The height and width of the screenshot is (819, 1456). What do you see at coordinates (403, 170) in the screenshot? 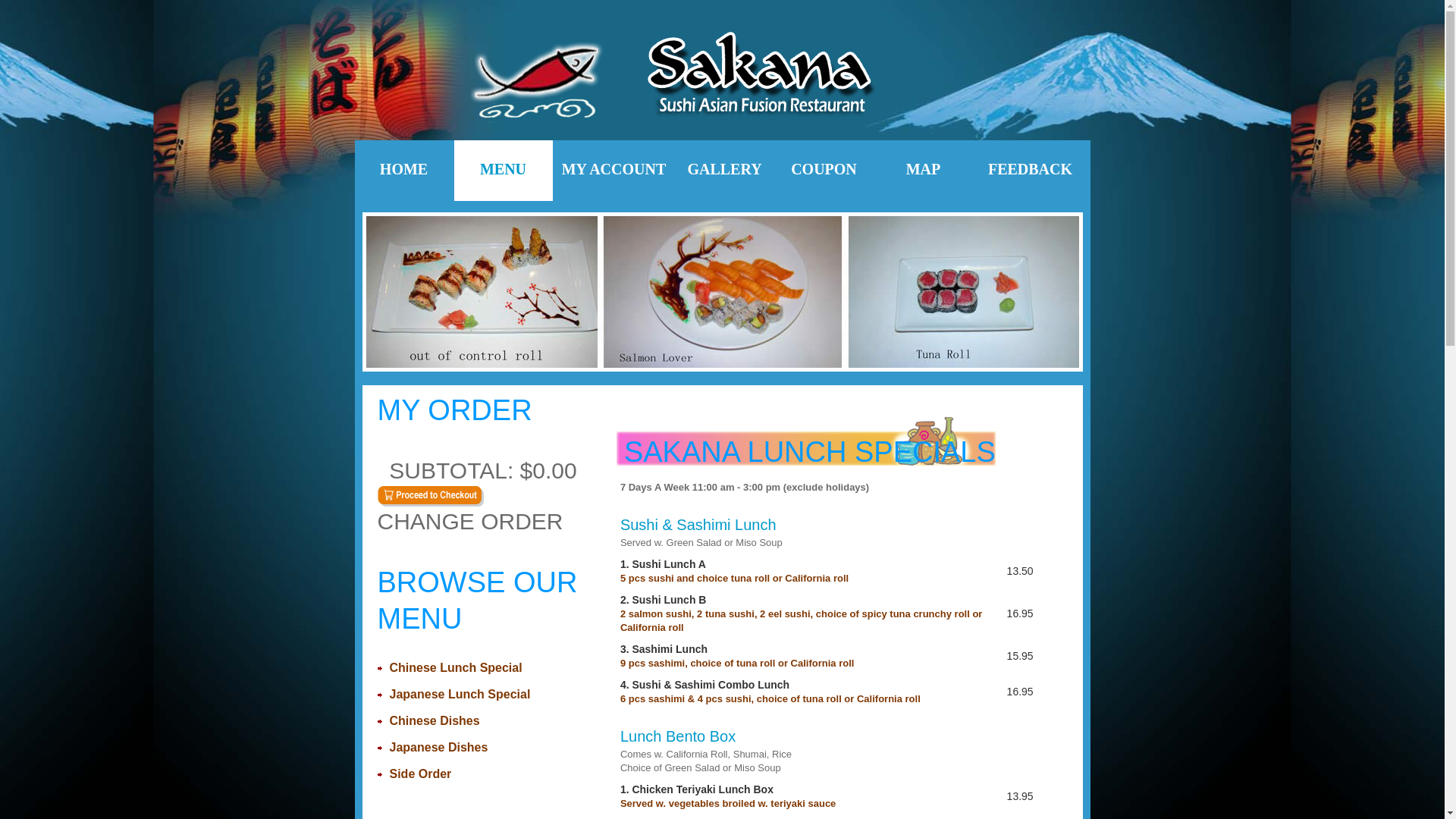
I see `'HOME'` at bounding box center [403, 170].